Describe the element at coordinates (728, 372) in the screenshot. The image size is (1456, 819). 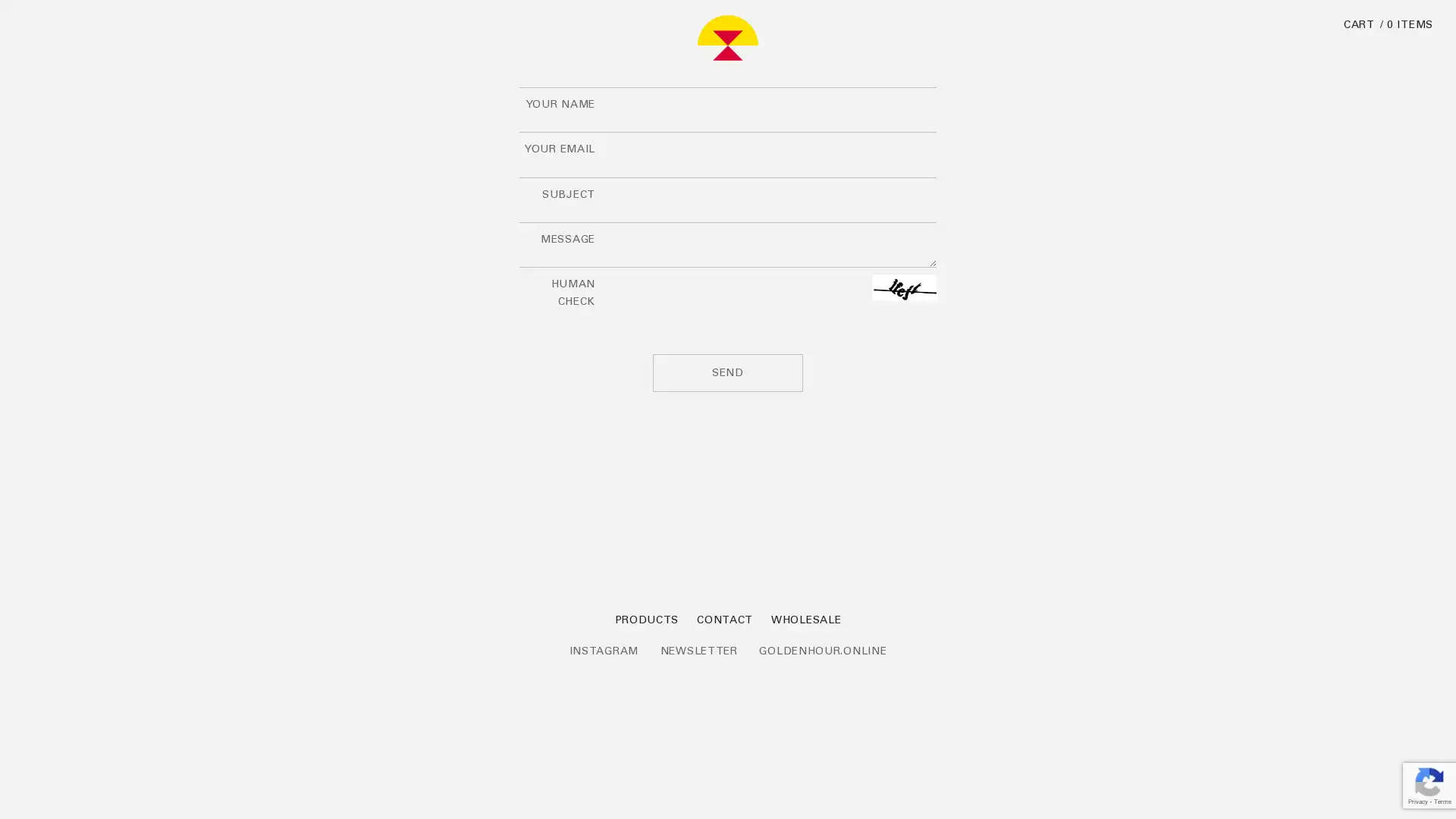
I see `SEND` at that location.